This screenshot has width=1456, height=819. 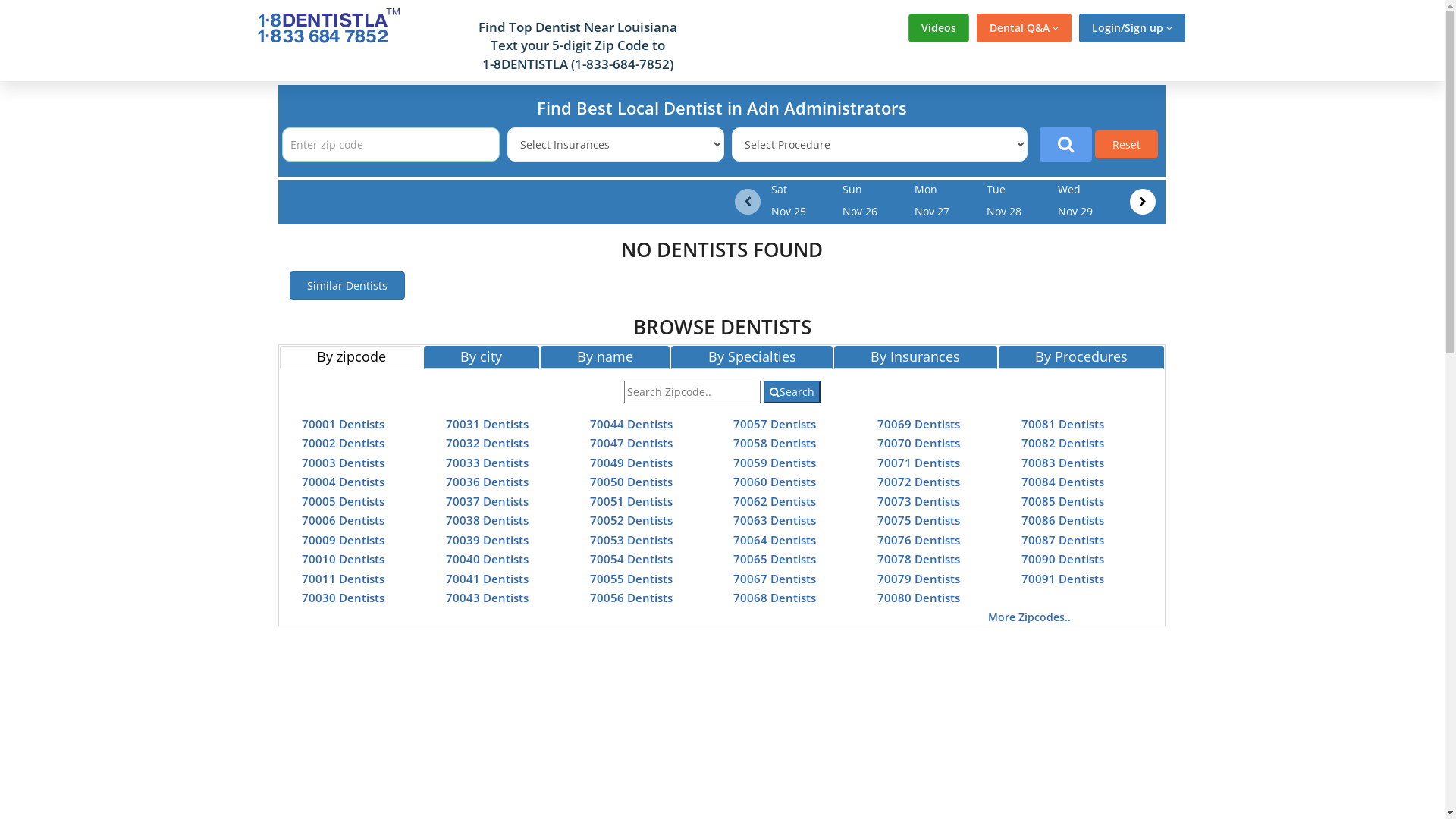 I want to click on 'By Specialties', so click(x=752, y=356).